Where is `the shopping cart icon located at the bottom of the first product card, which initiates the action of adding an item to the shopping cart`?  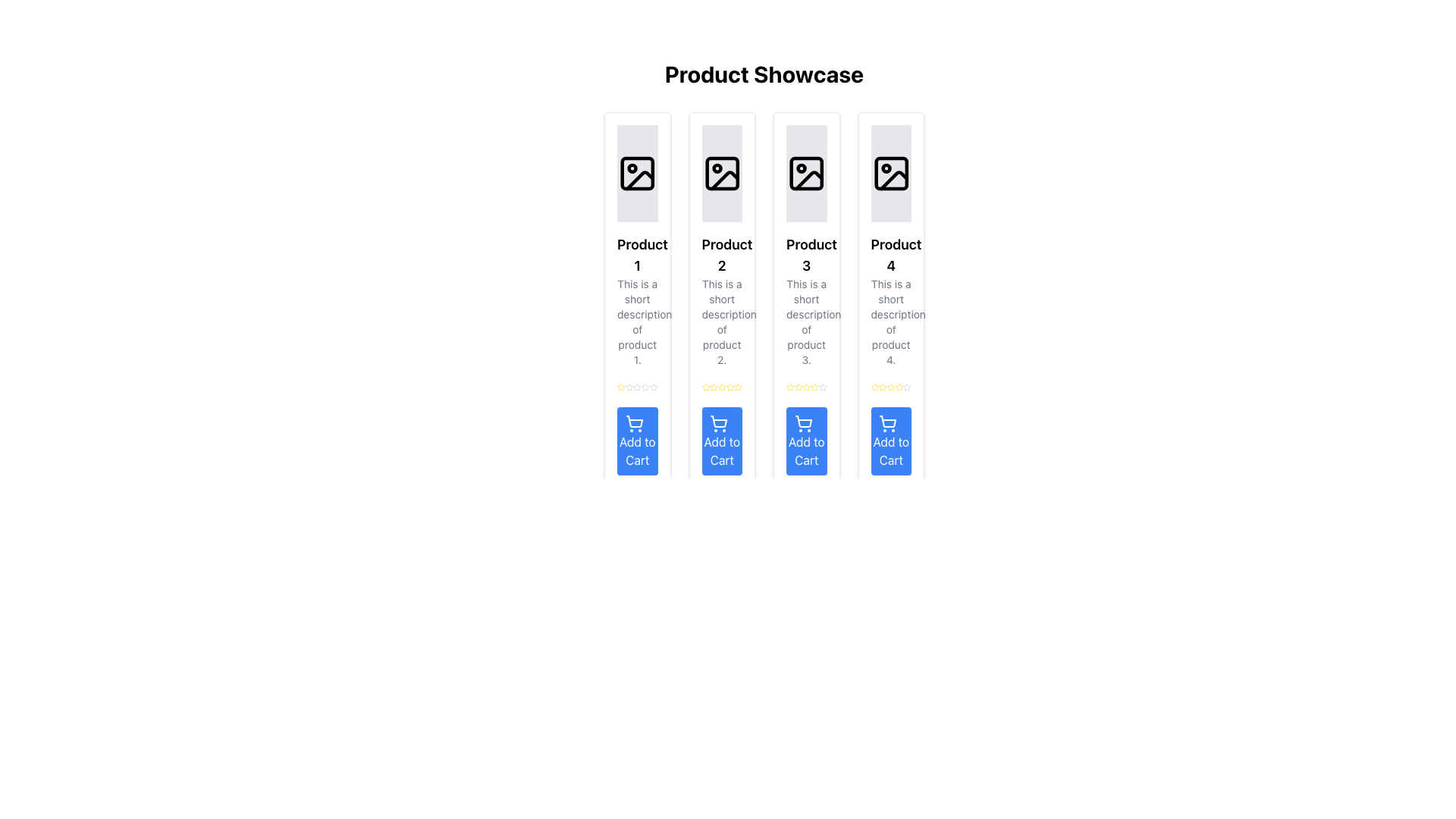
the shopping cart icon located at the bottom of the first product card, which initiates the action of adding an item to the shopping cart is located at coordinates (634, 423).